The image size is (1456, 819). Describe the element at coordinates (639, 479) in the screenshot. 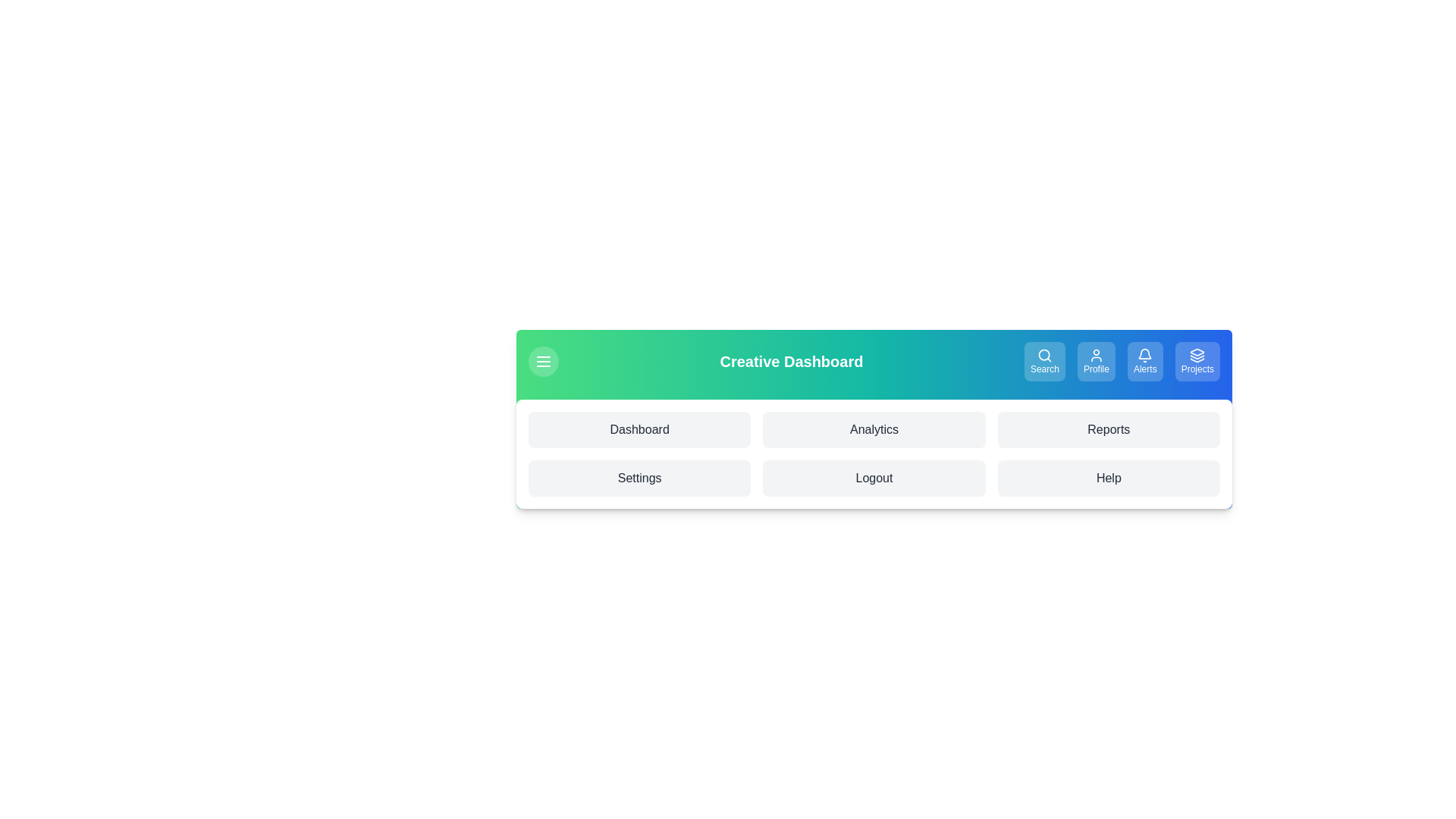

I see `the menu item labeled Settings` at that location.